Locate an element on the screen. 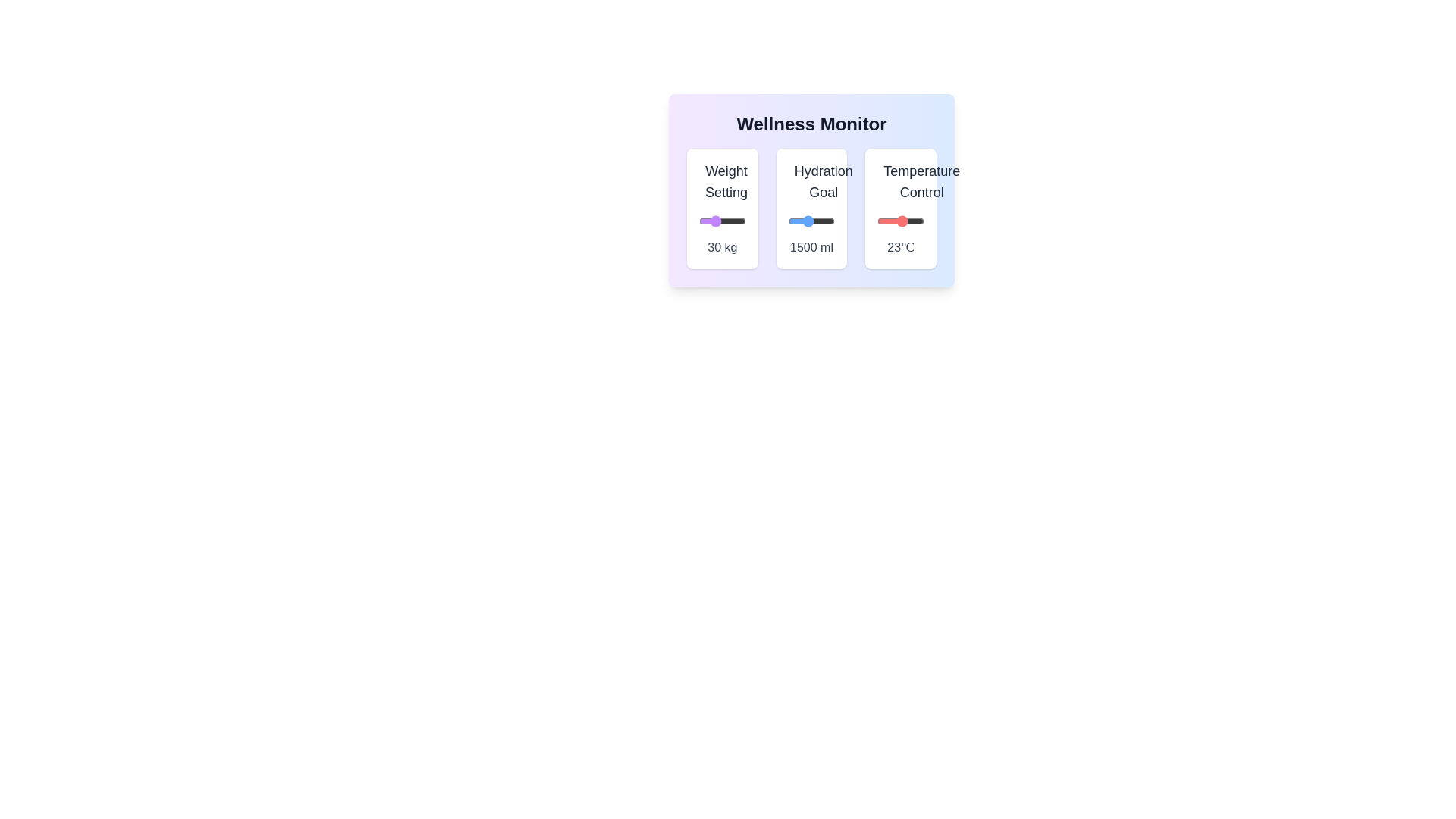 The image size is (1456, 819). the vibrant iconographic symbol in the Weight Setting section of the Wellness Monitor panel is located at coordinates (711, 184).